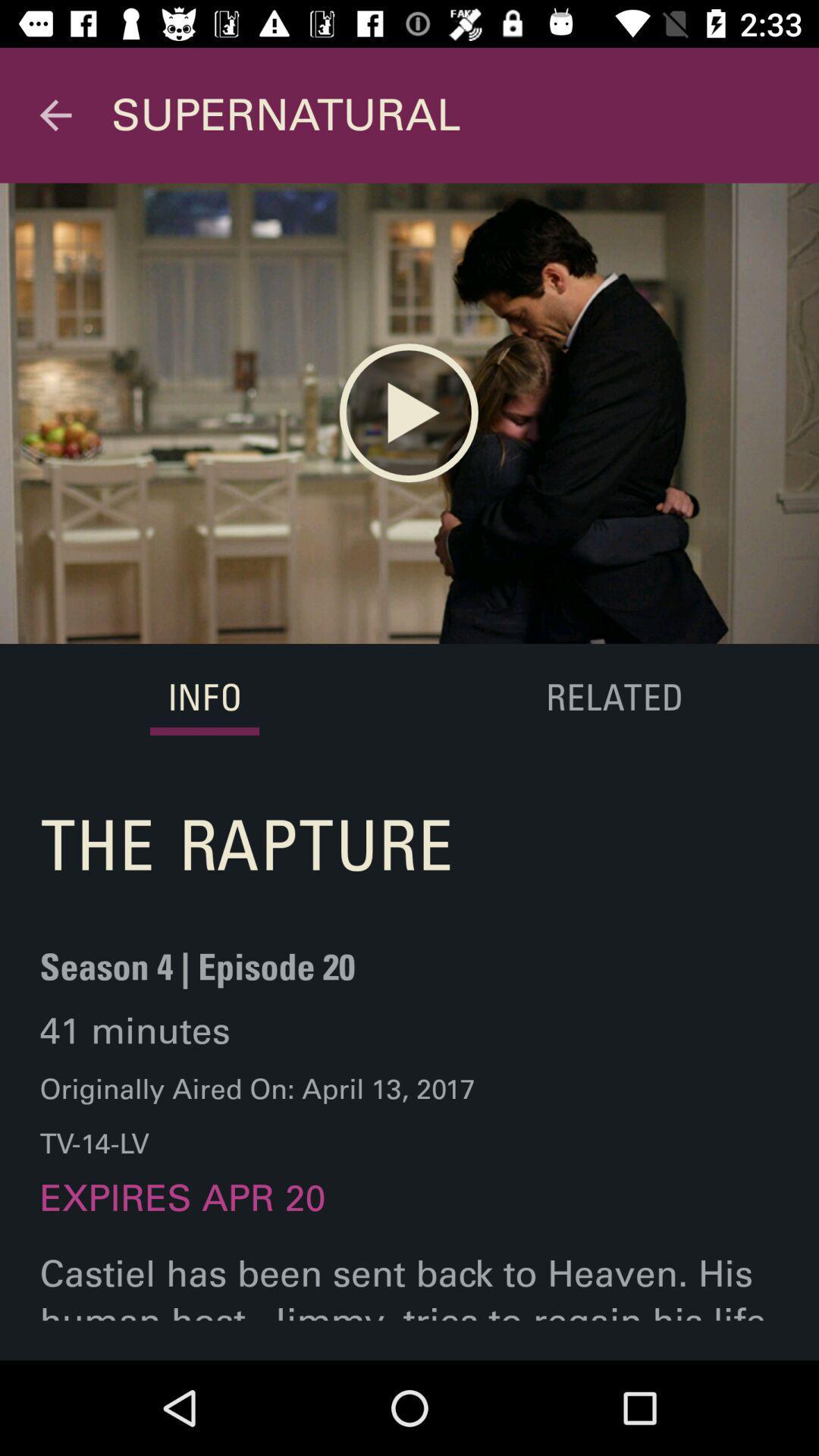 The height and width of the screenshot is (1456, 819). What do you see at coordinates (196, 976) in the screenshot?
I see `season 4 episode` at bounding box center [196, 976].